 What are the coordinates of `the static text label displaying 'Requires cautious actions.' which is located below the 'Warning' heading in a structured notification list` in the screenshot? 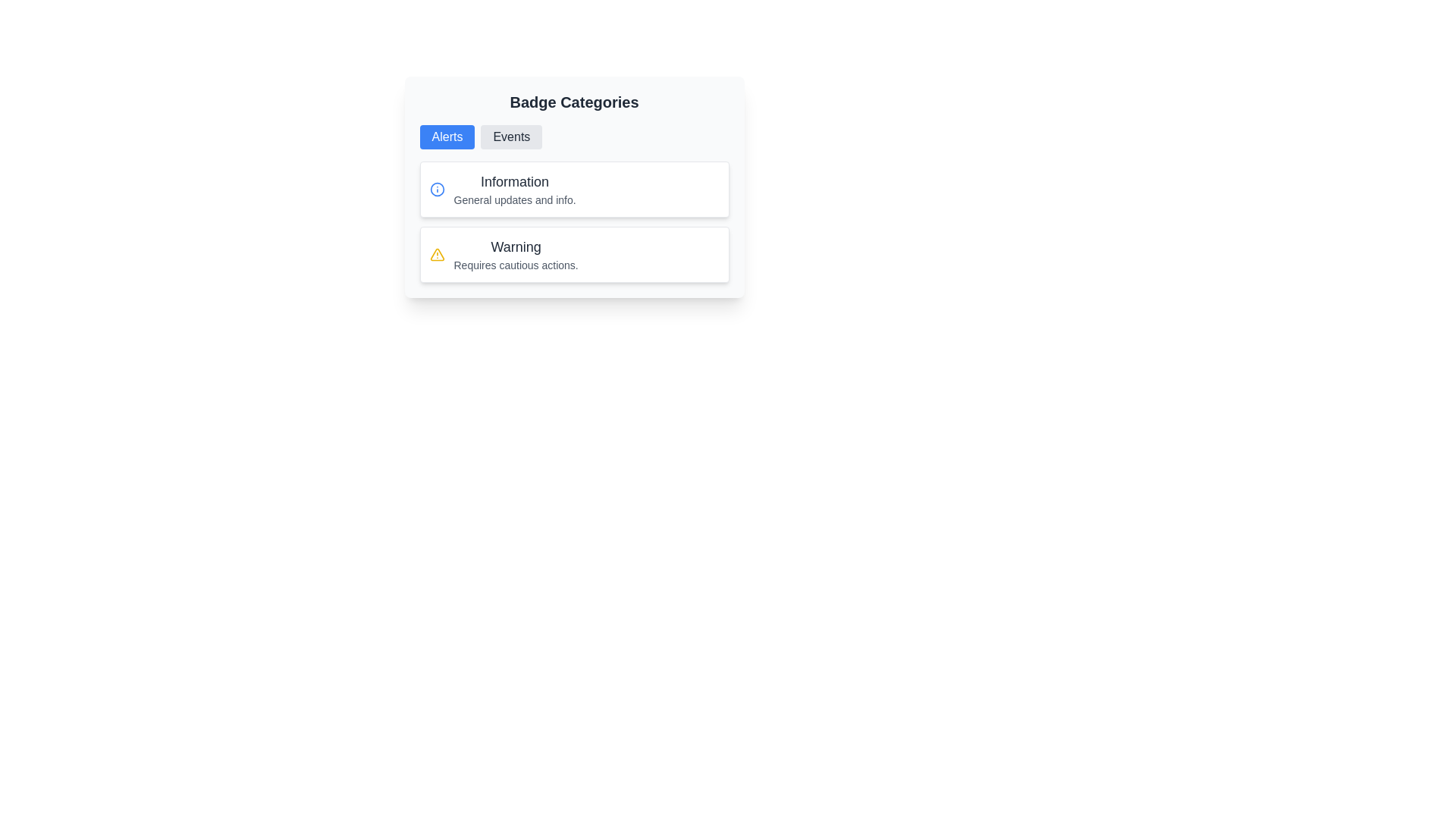 It's located at (516, 265).